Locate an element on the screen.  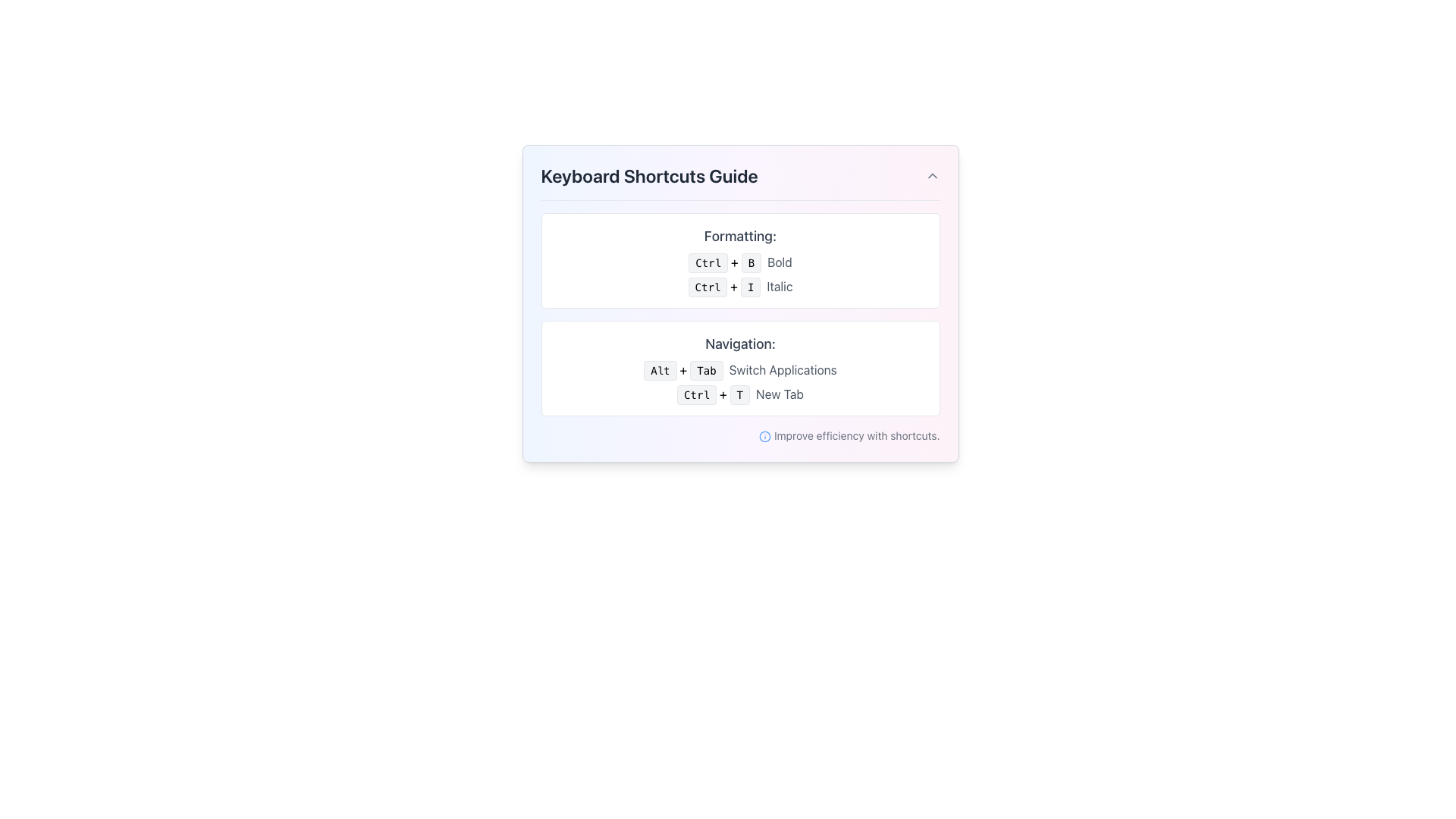
text displayed in the Header titled 'Keyboard Shortcuts Guide', which is styled in bold and dark gray at the top of the content grouping is located at coordinates (740, 181).